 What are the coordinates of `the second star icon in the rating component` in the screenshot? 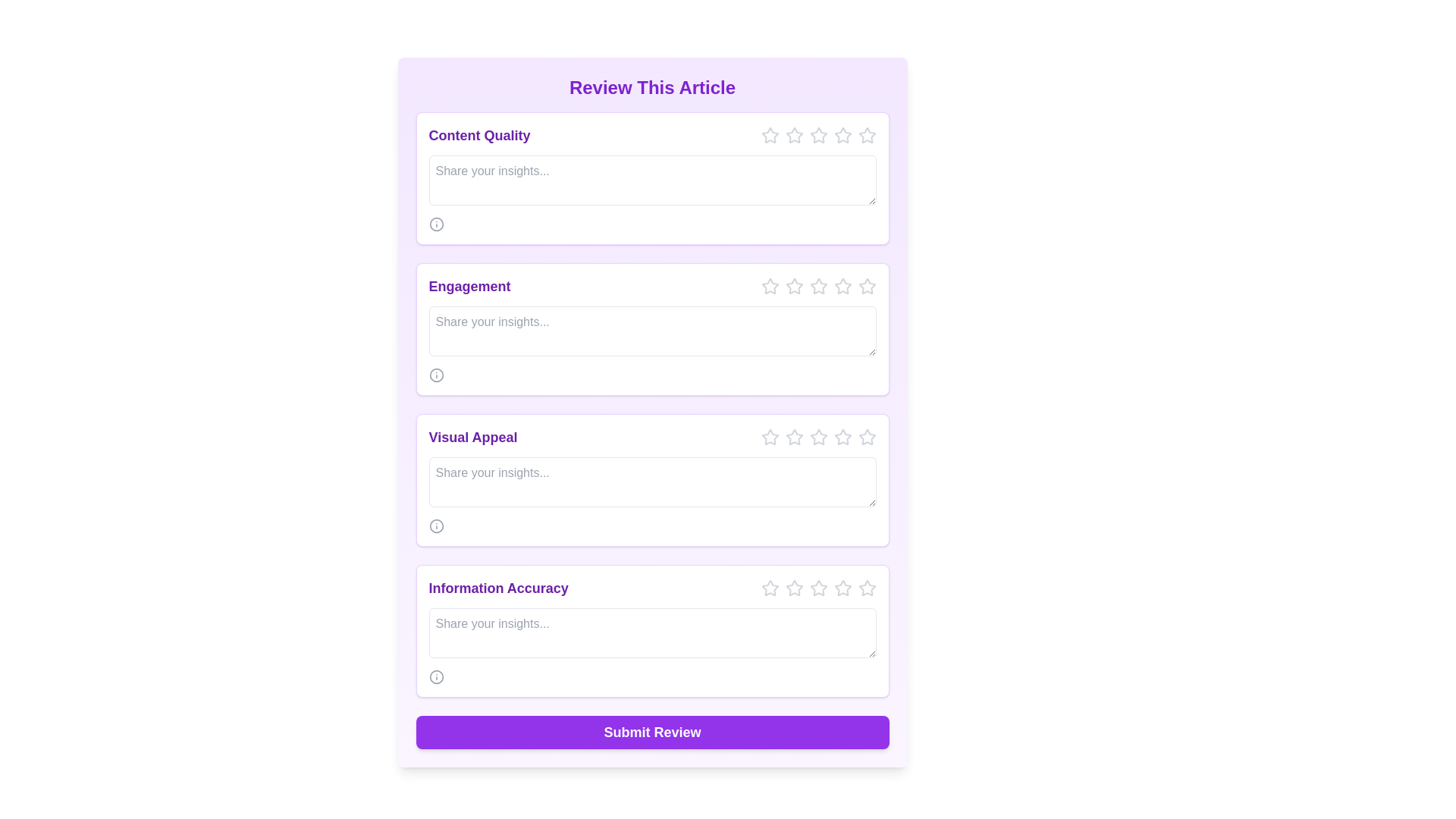 It's located at (793, 438).